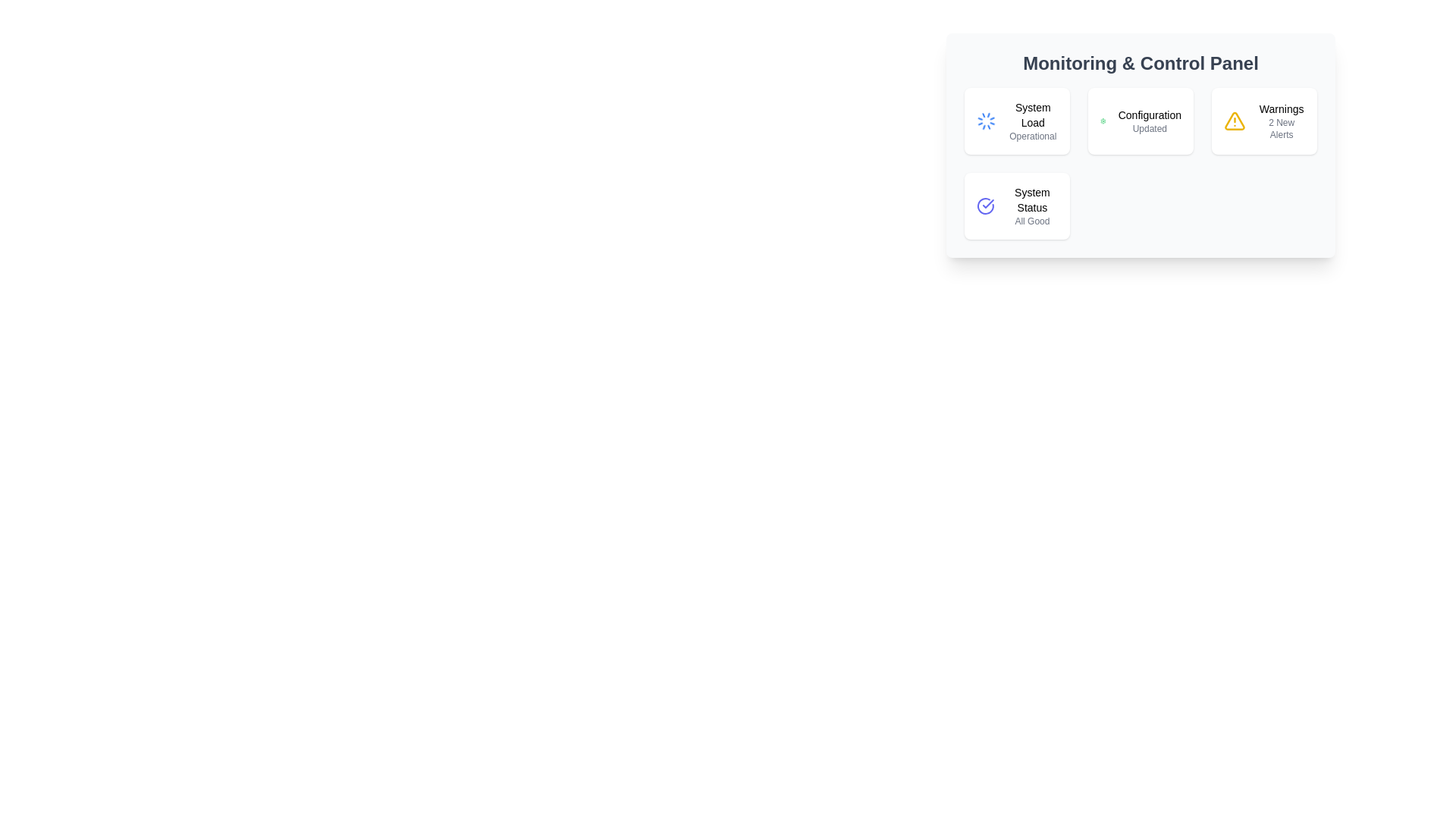 The width and height of the screenshot is (1456, 819). I want to click on the Notification indicator displaying 'Warnings' and '2 New Alerts' to possibly see a tooltip or further information, so click(1281, 120).